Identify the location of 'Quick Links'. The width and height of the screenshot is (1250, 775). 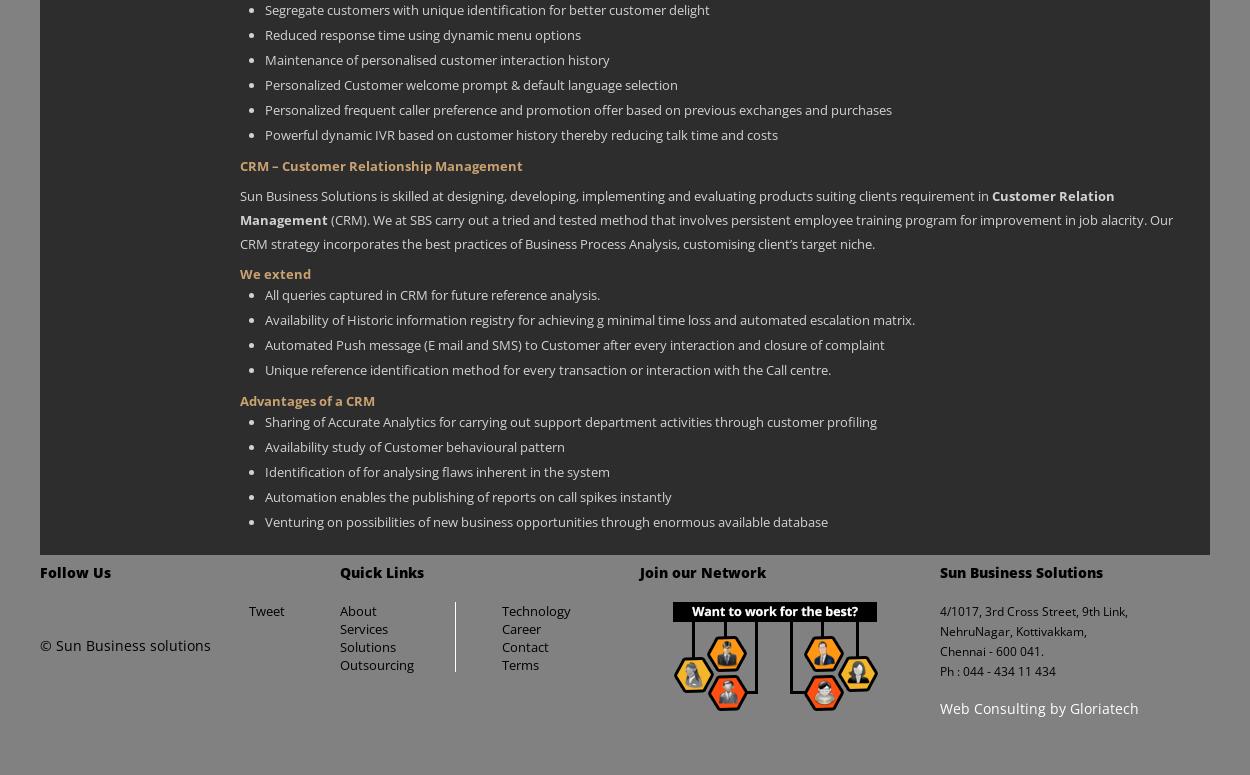
(382, 570).